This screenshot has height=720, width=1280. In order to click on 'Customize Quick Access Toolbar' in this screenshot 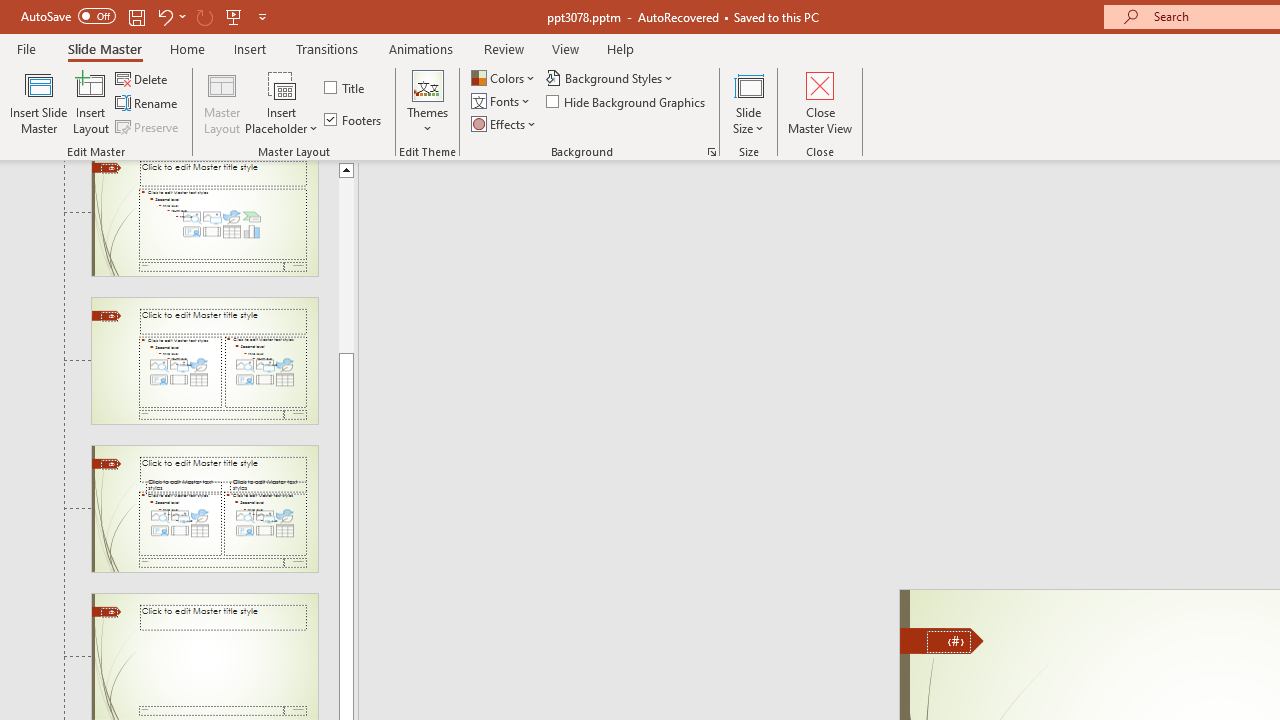, I will do `click(262, 16)`.